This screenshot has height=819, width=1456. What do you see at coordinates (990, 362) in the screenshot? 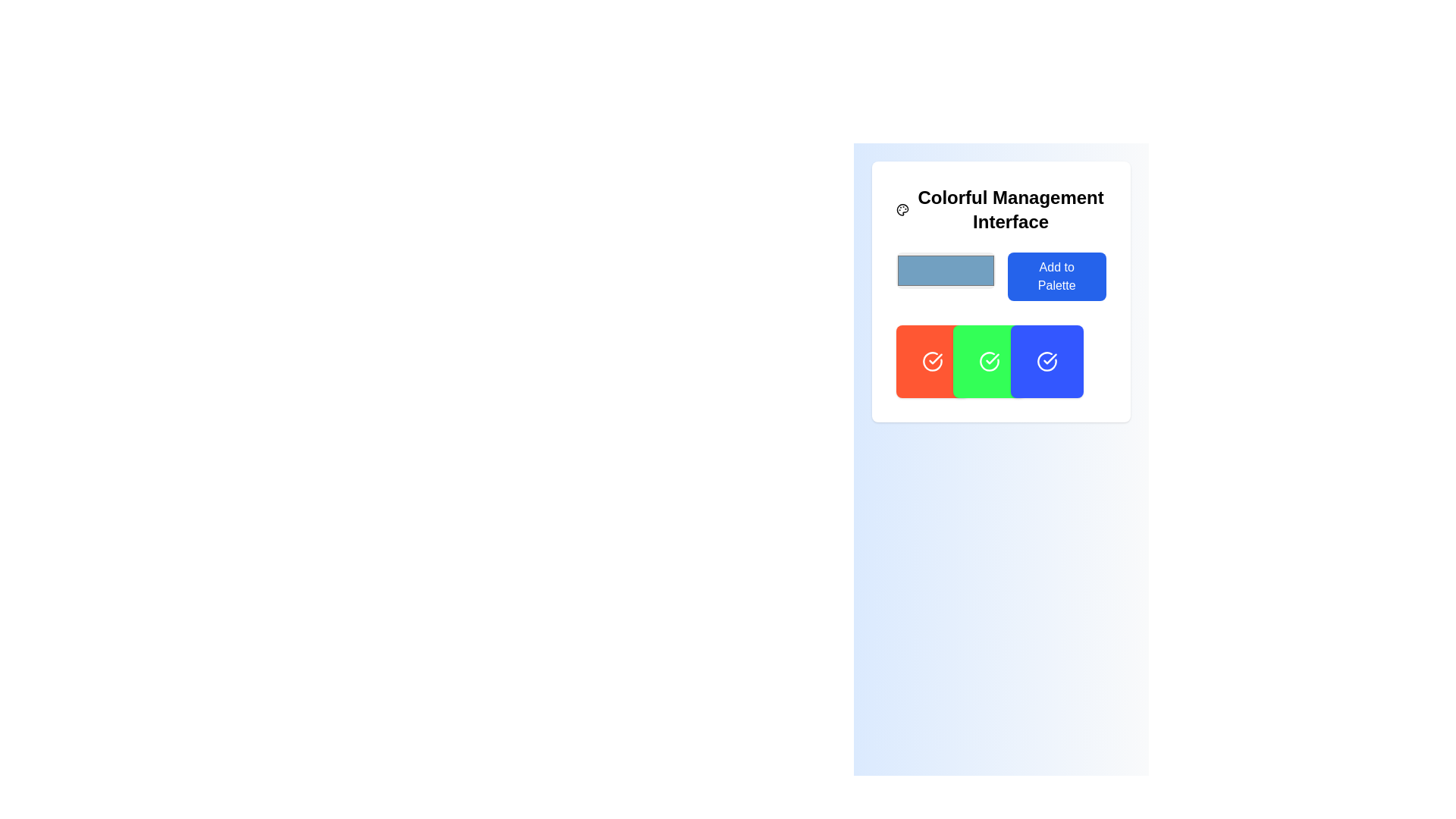
I see `the SVG Icon representing a confirmation or success action within the green square button, located in the middle of a row of buttons at the bottom section of the interface` at bounding box center [990, 362].